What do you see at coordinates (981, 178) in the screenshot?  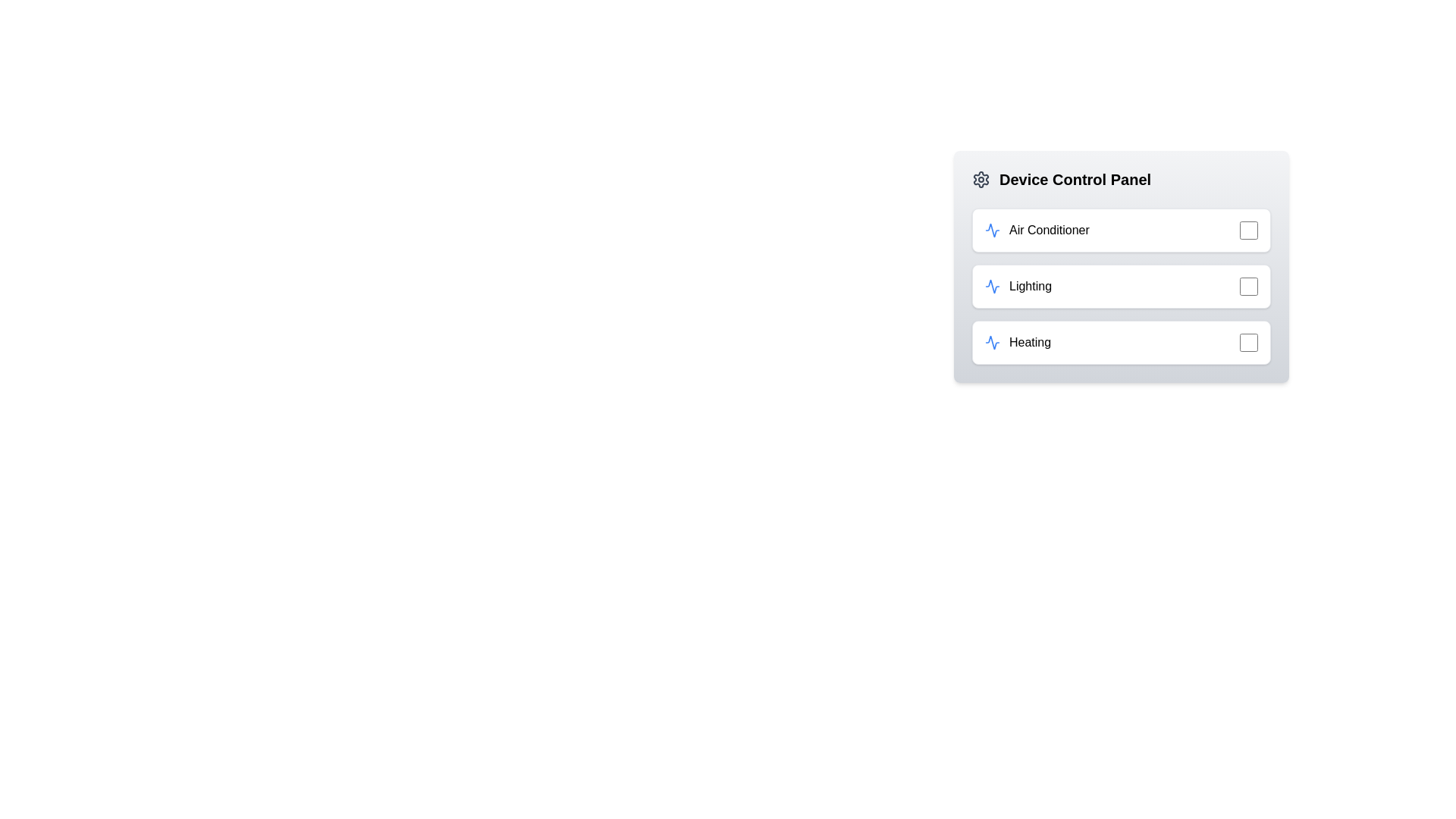 I see `the gear icon to open the settings menu` at bounding box center [981, 178].